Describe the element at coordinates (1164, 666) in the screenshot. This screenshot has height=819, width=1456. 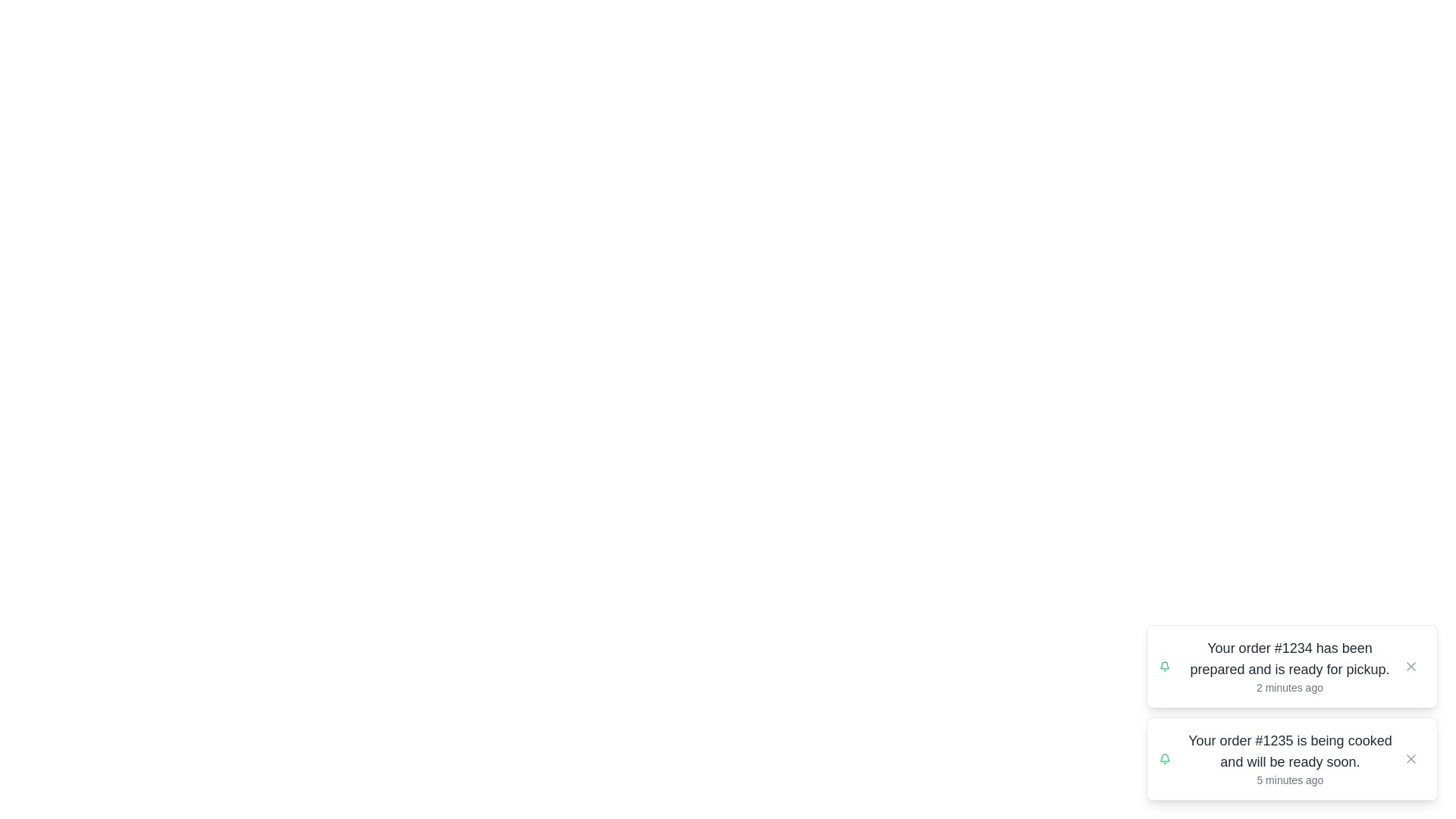
I see `the first icon in the notification panel that indicates an alert for the message 'Your order #1234 has been prepared and is ready for pickup.'` at that location.